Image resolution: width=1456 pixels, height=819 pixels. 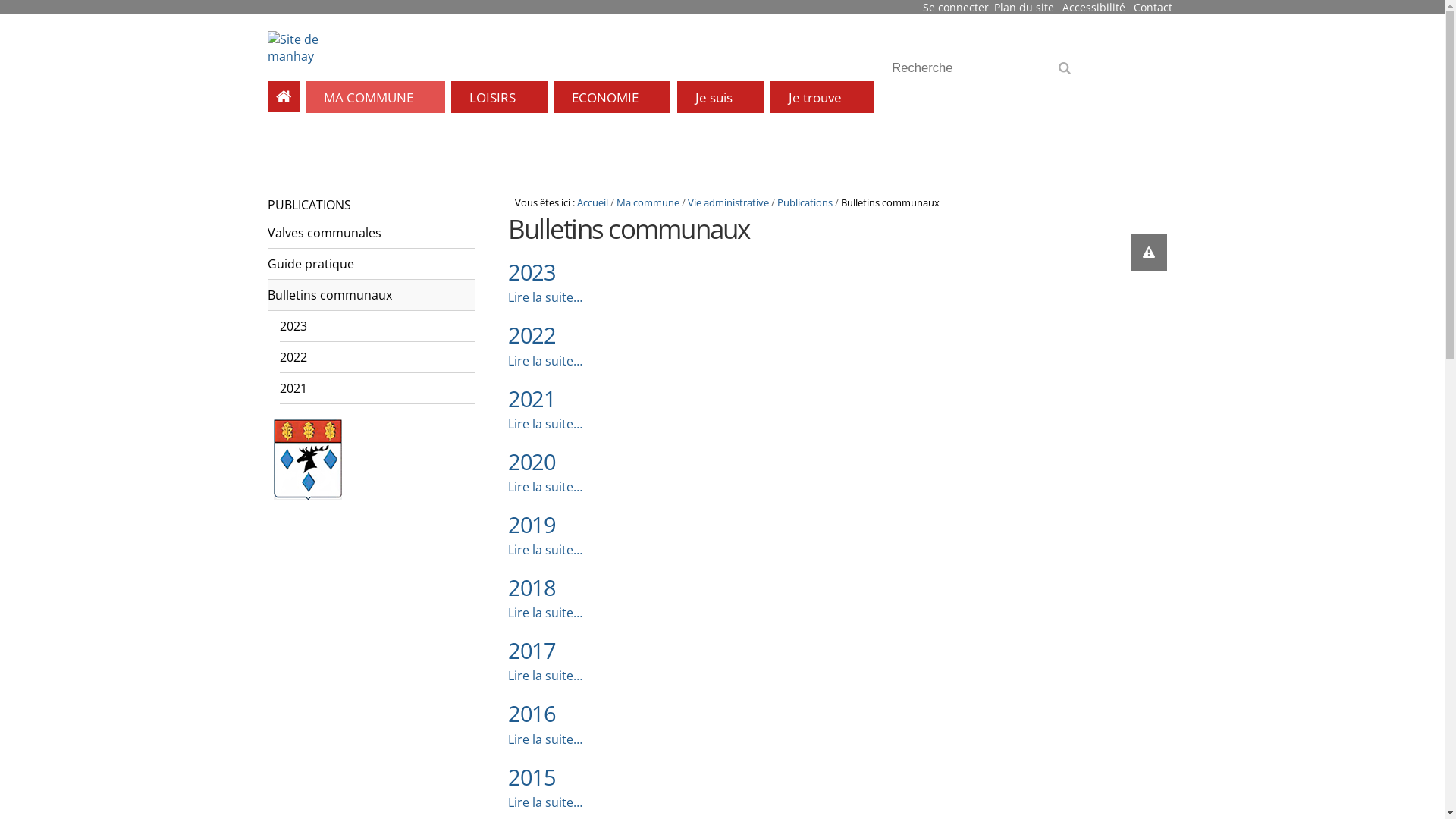 What do you see at coordinates (648, 201) in the screenshot?
I see `'Ma commune'` at bounding box center [648, 201].